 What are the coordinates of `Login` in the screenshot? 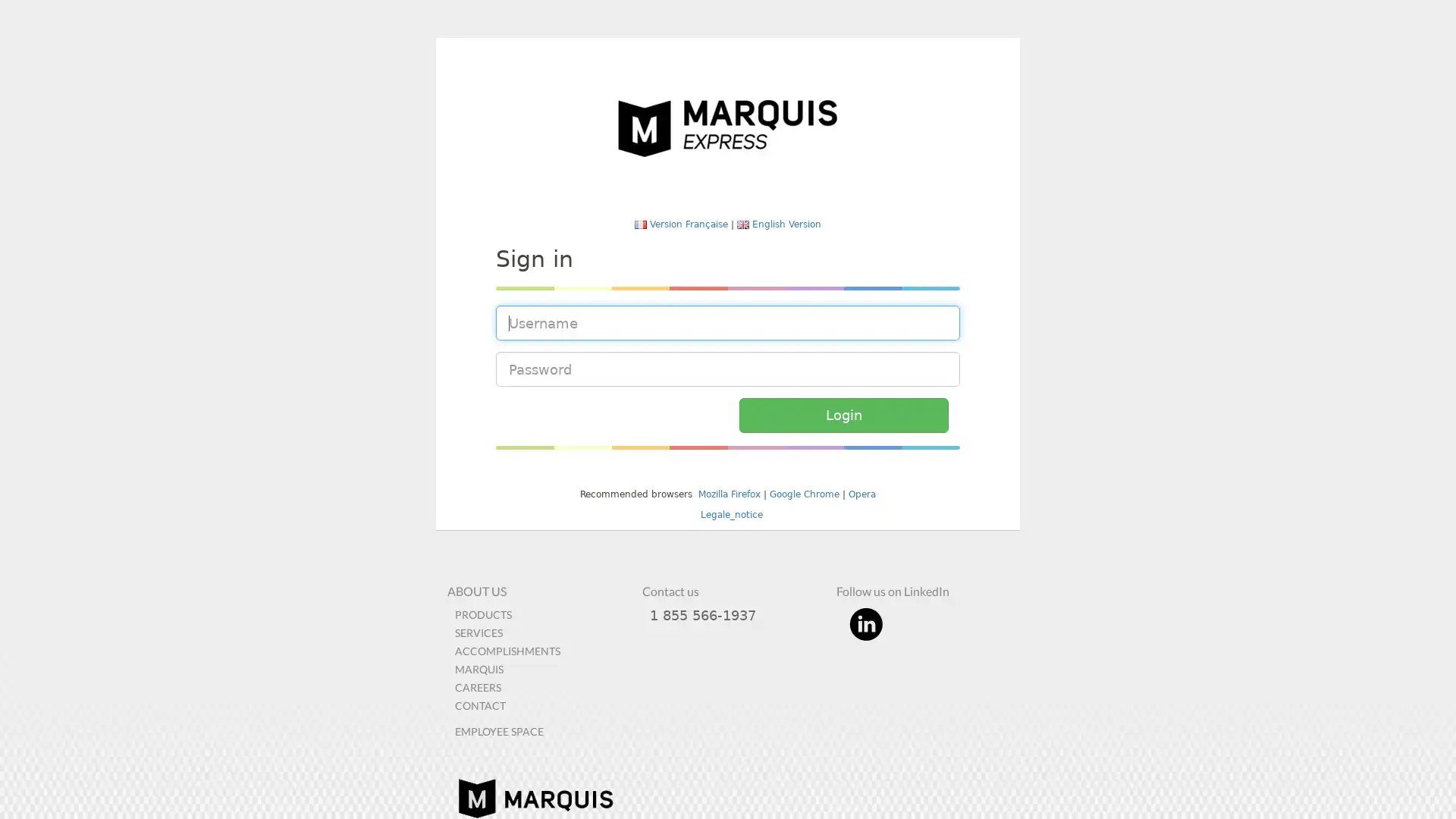 It's located at (843, 415).